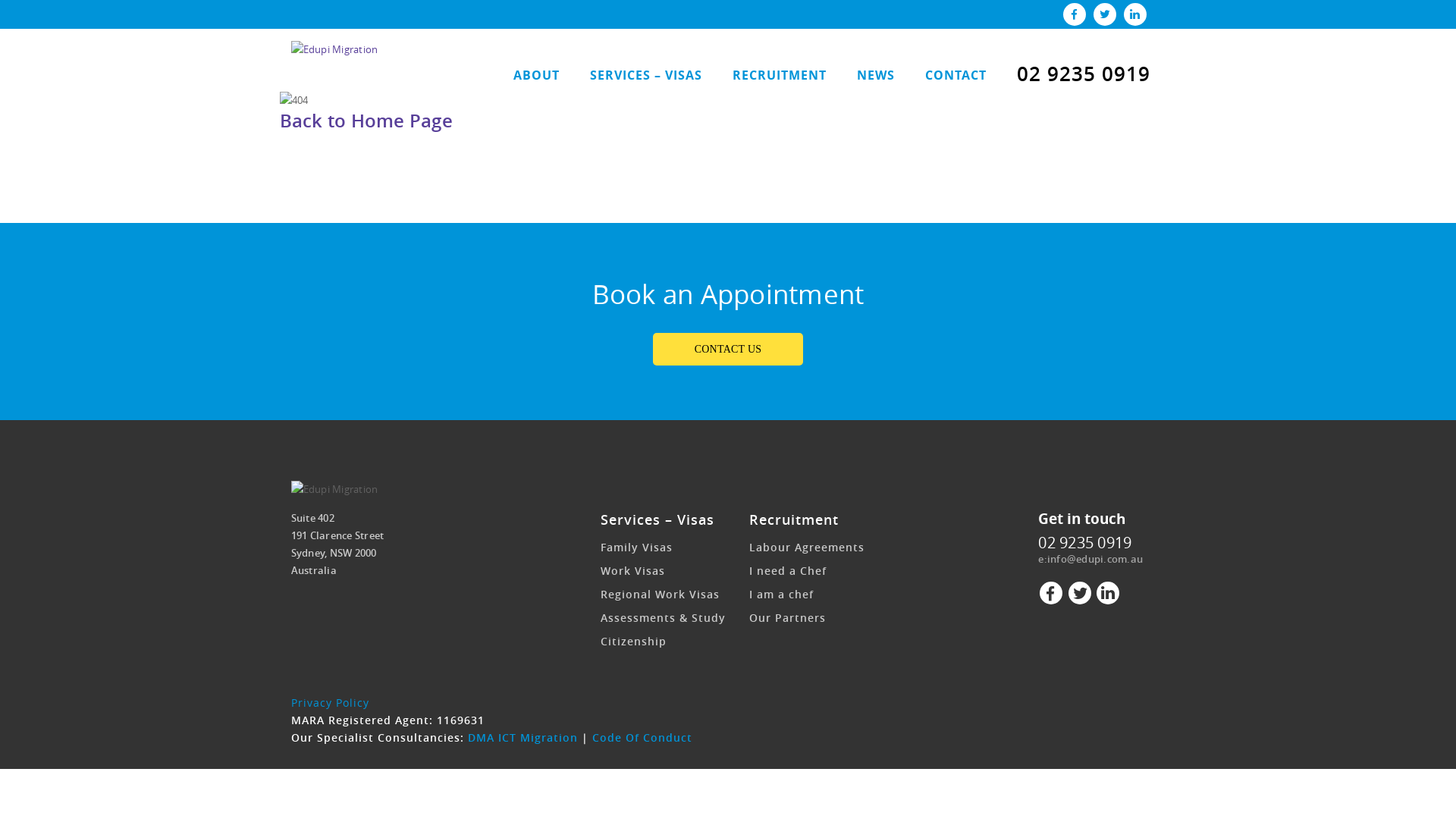  What do you see at coordinates (329, 702) in the screenshot?
I see `'Privacy Policy'` at bounding box center [329, 702].